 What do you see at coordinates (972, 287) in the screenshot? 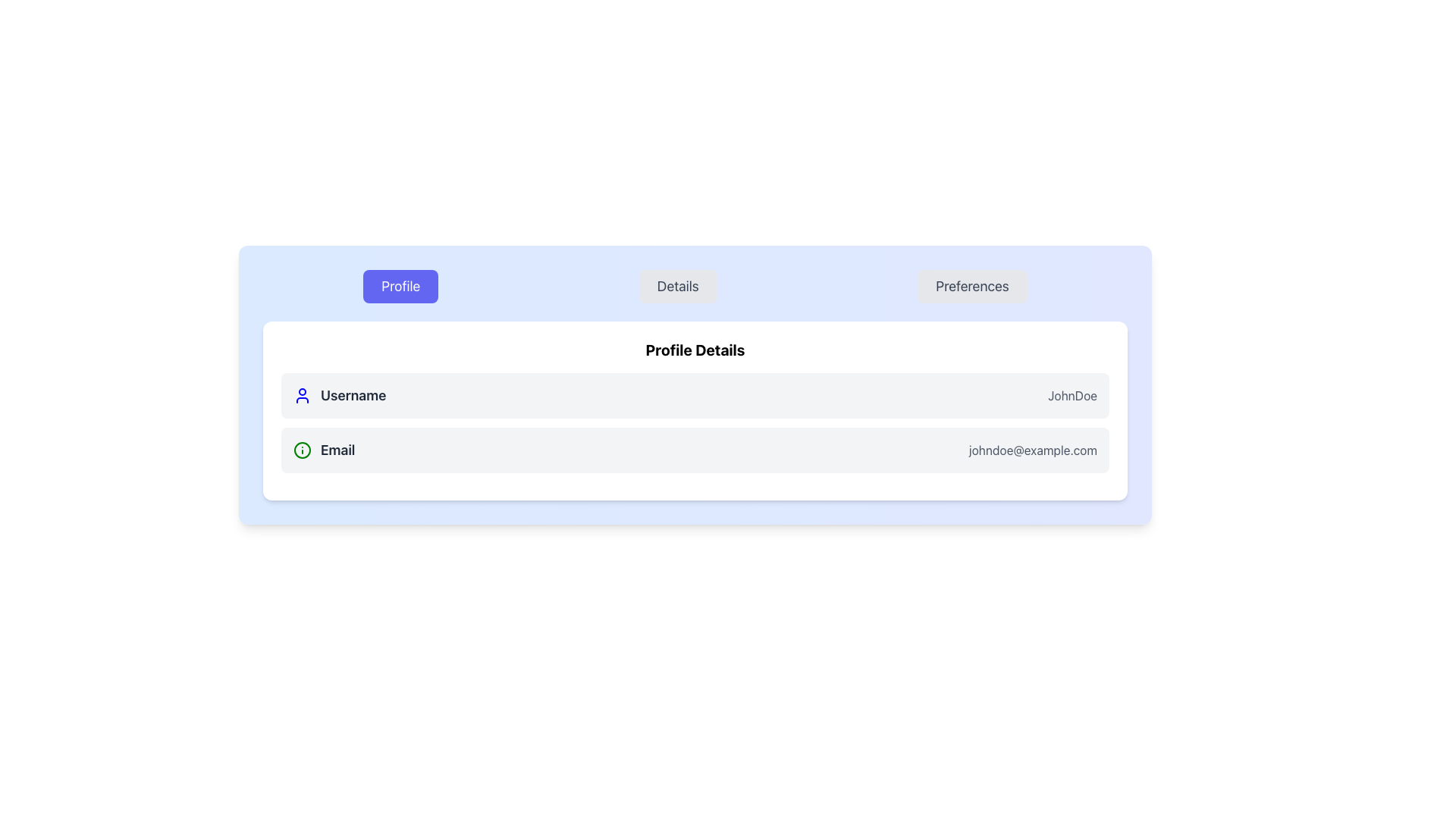
I see `the 'Preferences' button, which is a rounded rectangle with light gray background and dark gray text in large font, located in the upper-right section of the interface` at bounding box center [972, 287].